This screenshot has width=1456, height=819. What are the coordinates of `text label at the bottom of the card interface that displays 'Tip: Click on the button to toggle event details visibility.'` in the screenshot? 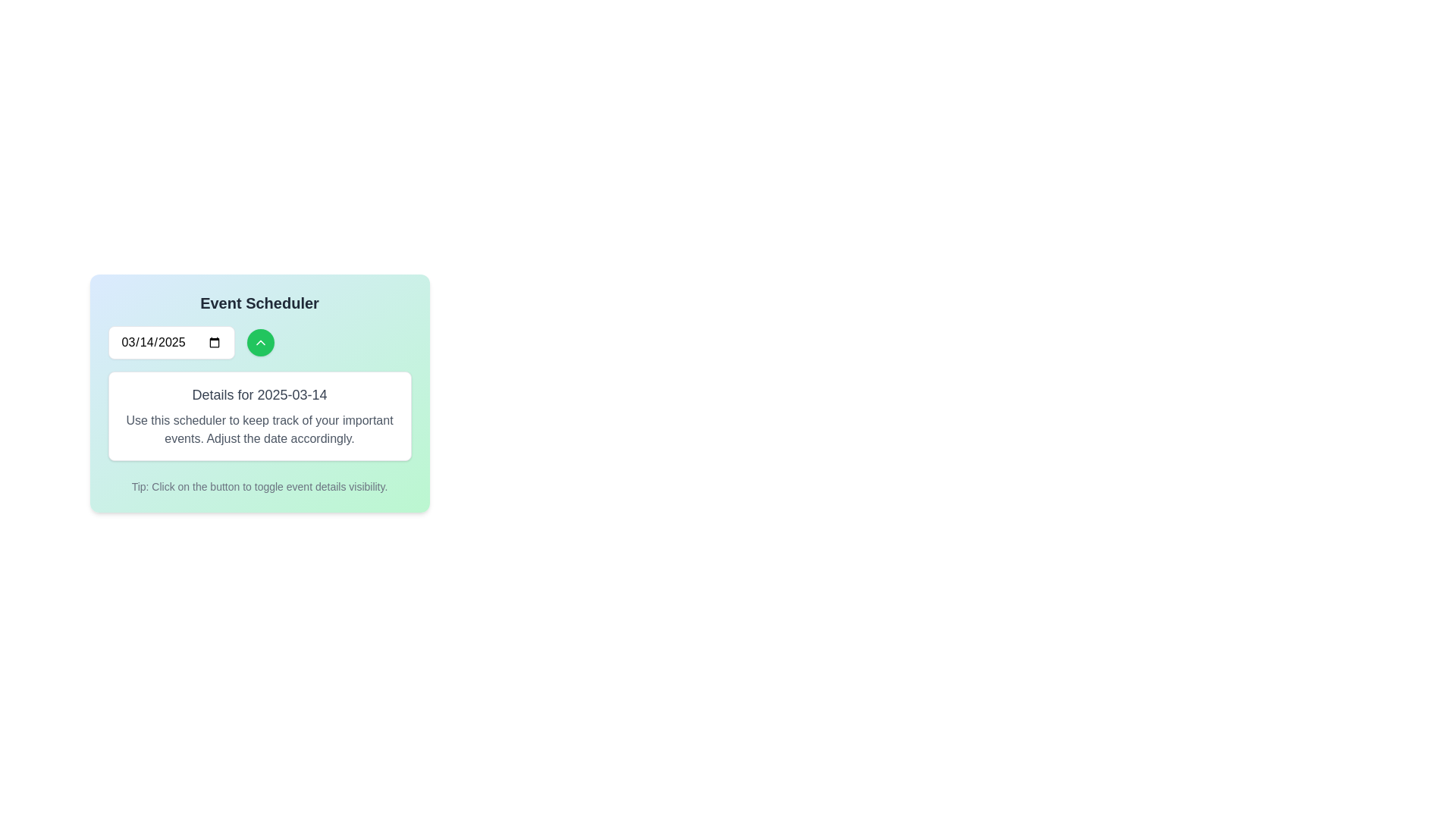 It's located at (259, 486).